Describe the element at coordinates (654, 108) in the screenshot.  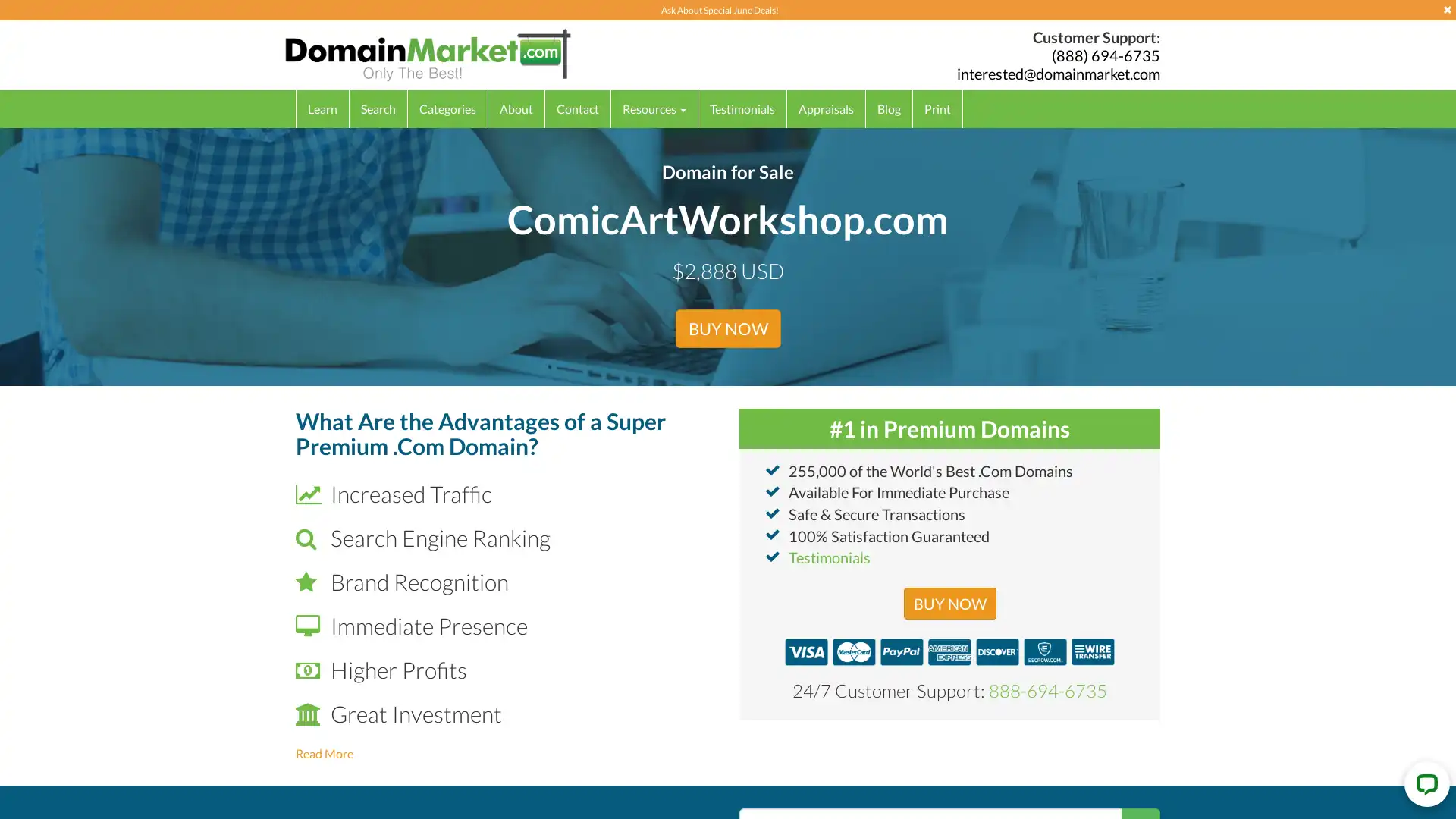
I see `Resources` at that location.